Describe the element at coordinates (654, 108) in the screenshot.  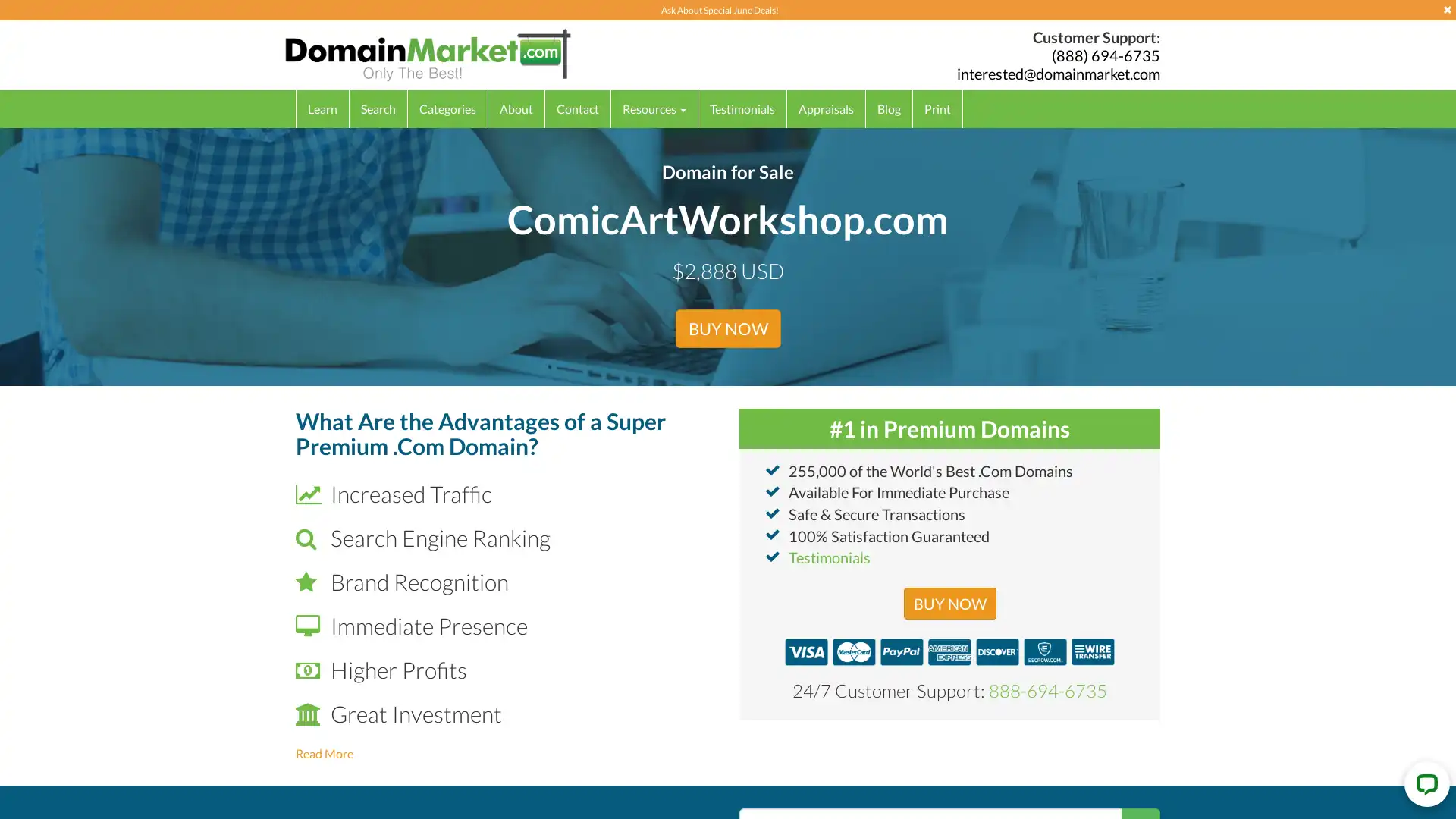
I see `Resources` at that location.